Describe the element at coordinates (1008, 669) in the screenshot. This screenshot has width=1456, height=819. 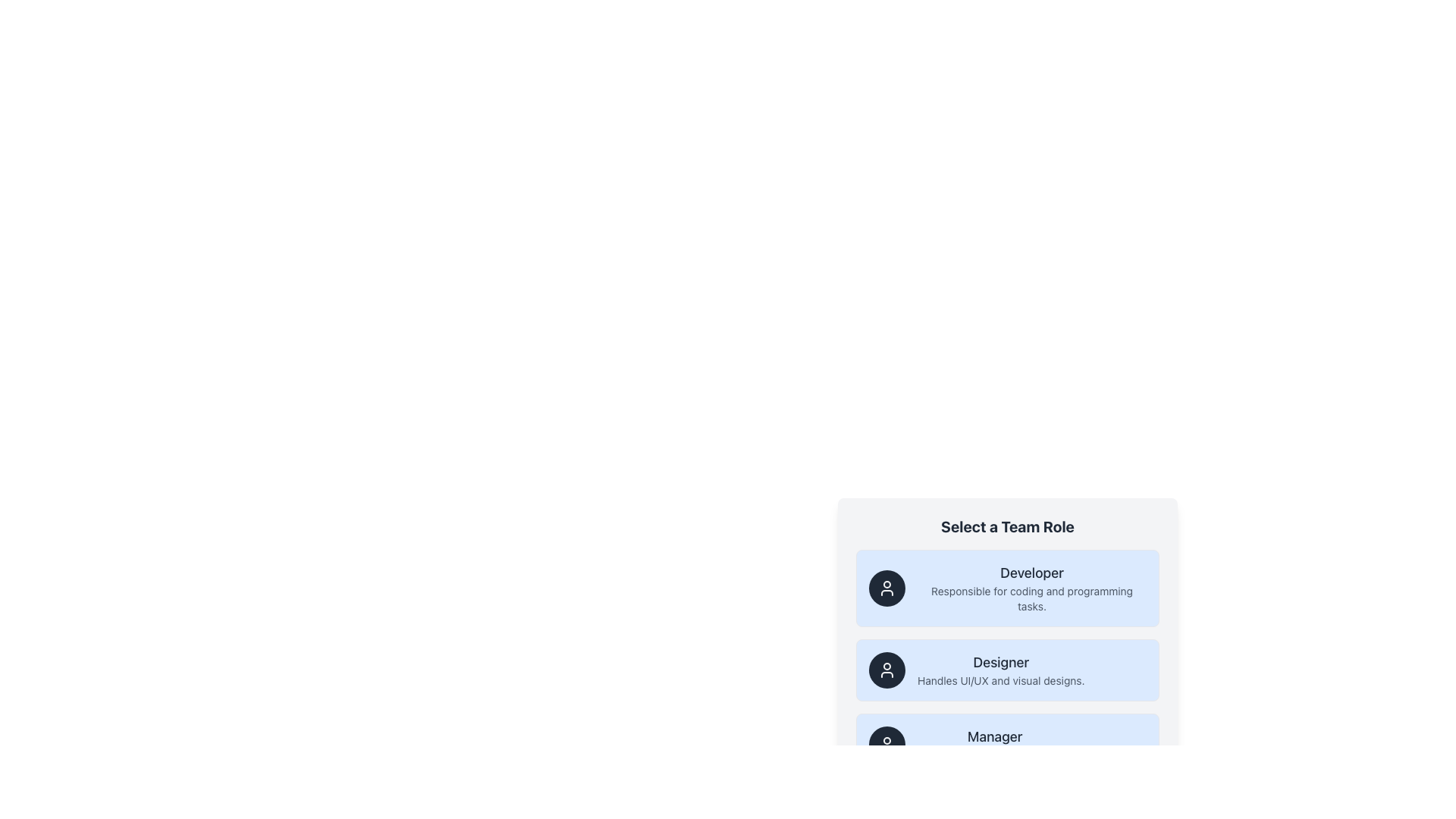
I see `the 'Designer' role option card, which is the second element in a vertical list of team roles, located below the 'Developer' option and above the 'Manager' option` at that location.